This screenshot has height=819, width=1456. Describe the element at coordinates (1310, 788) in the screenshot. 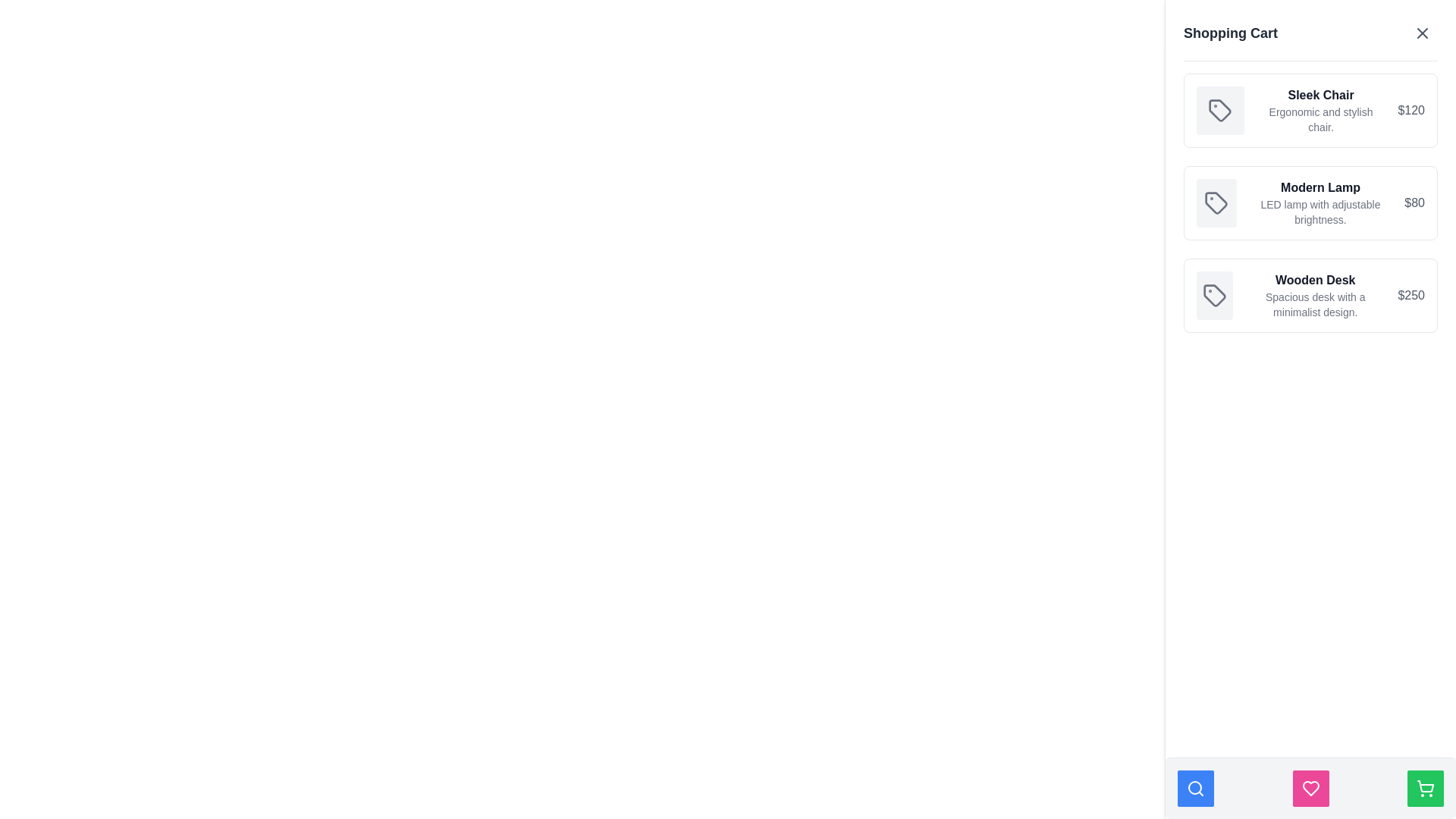

I see `the middle button with a heart icon, located in the bottom center of the interface` at that location.